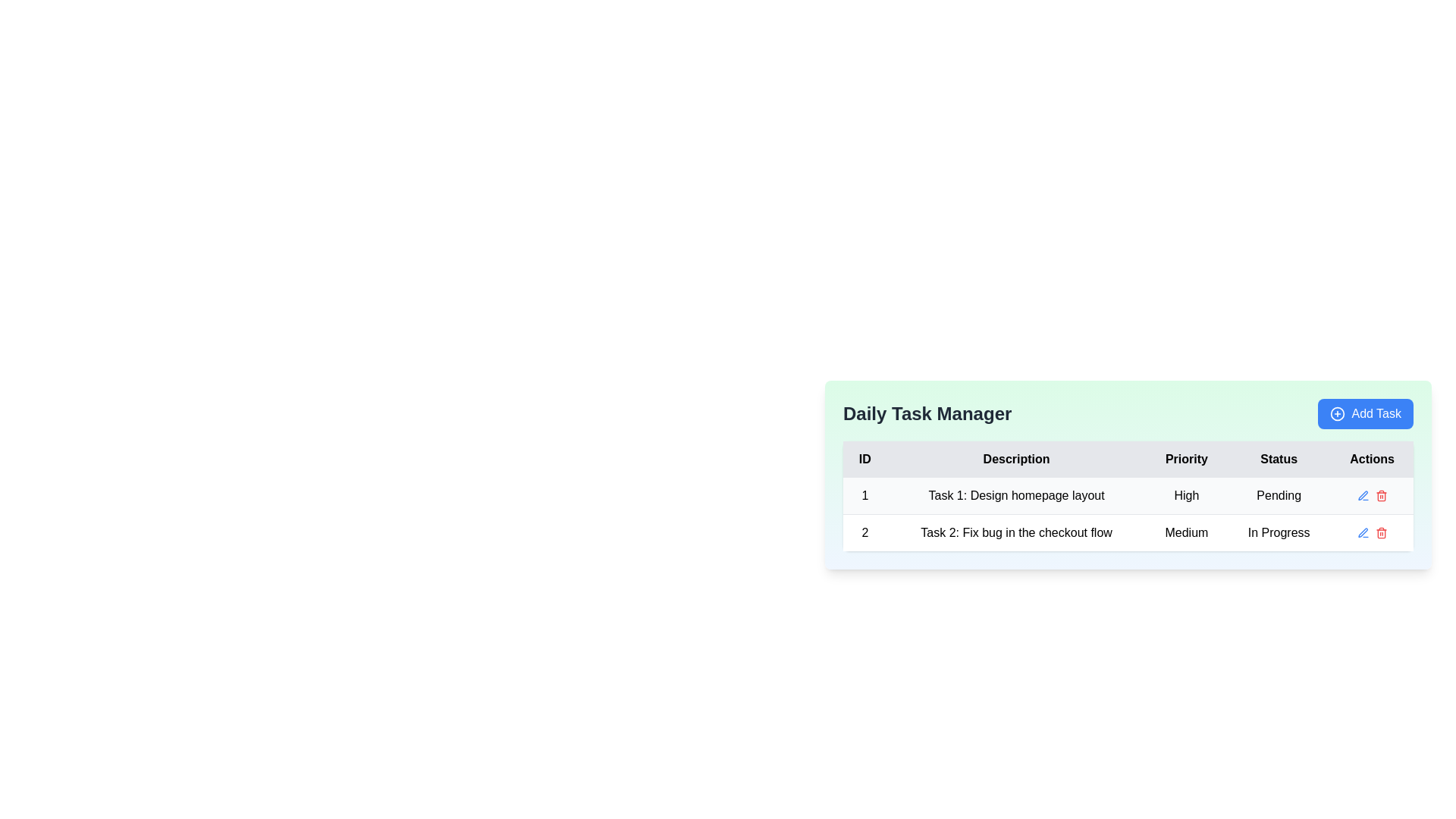 The width and height of the screenshot is (1456, 819). I want to click on the trash icon button located in the 'Actions' column of the row for the task labeled 'Task 2: Fix bug in the checkout flow', so click(1381, 532).